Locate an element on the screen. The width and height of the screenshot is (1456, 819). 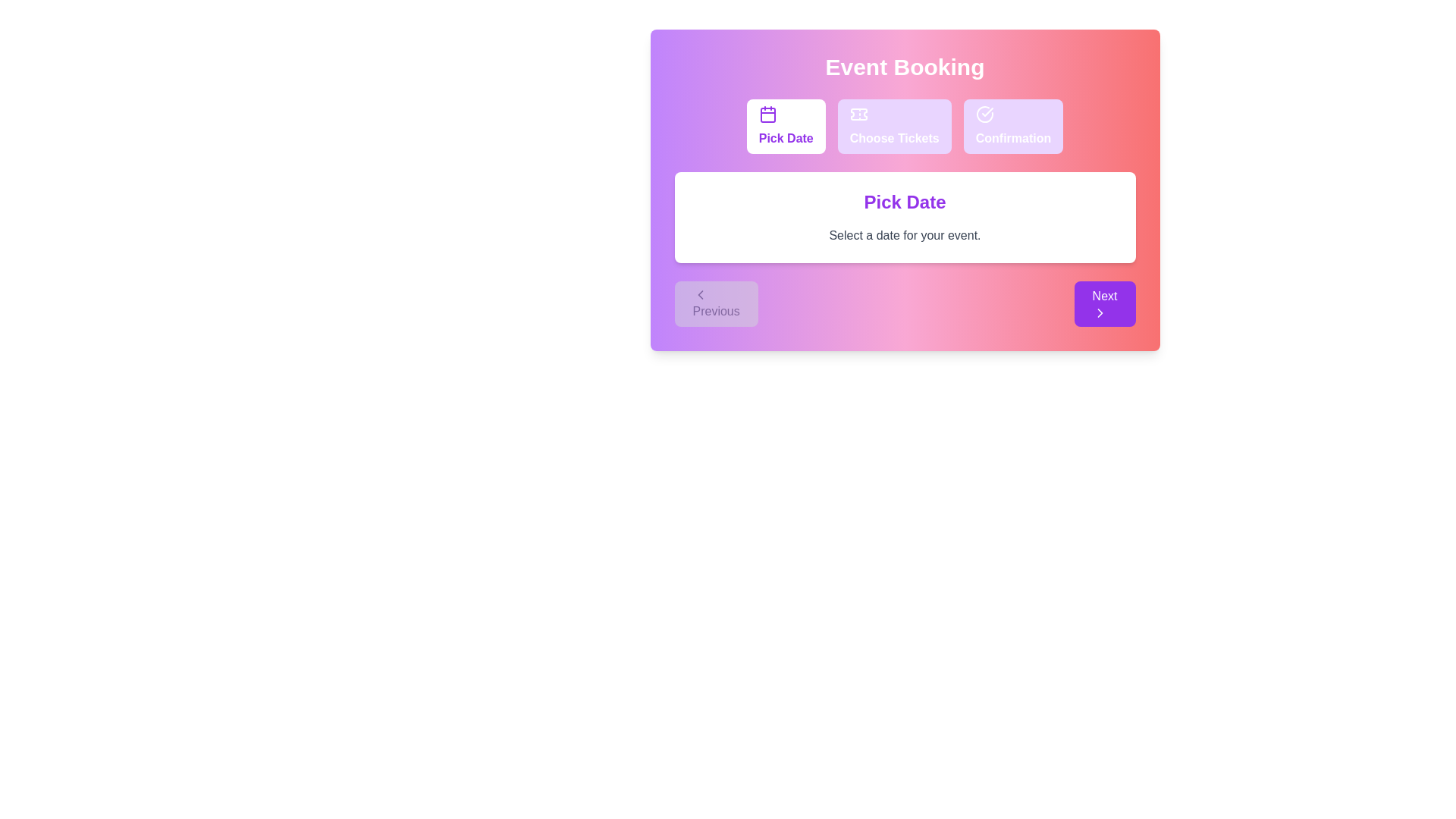
the 'Pick Date' icon, which is the leftmost option in the upper row of options, indicating the feature to select a date for the event is located at coordinates (767, 113).